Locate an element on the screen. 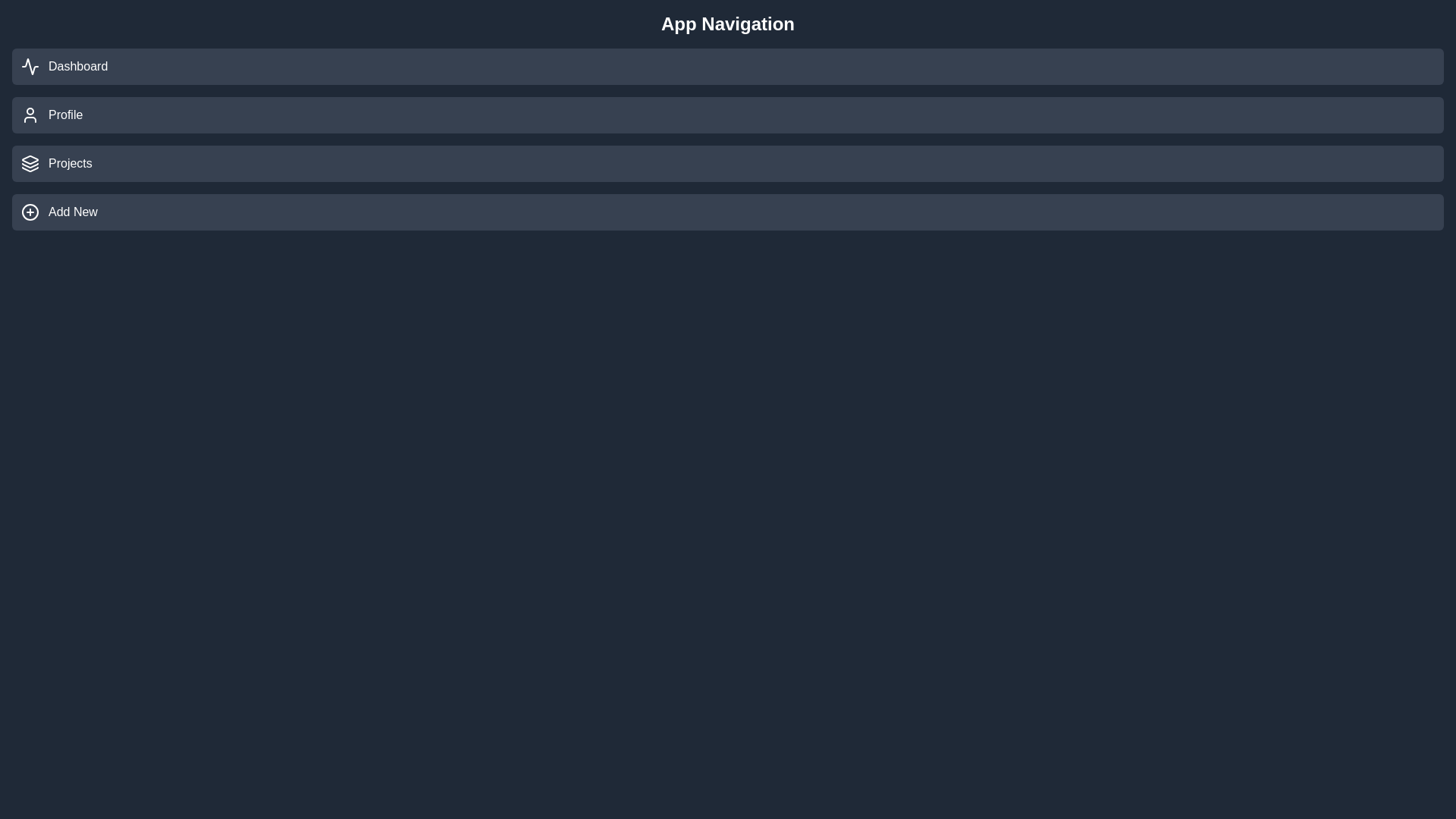  the circular graphic that is part of the 'circle-plus' icon by highlighting it is located at coordinates (30, 212).